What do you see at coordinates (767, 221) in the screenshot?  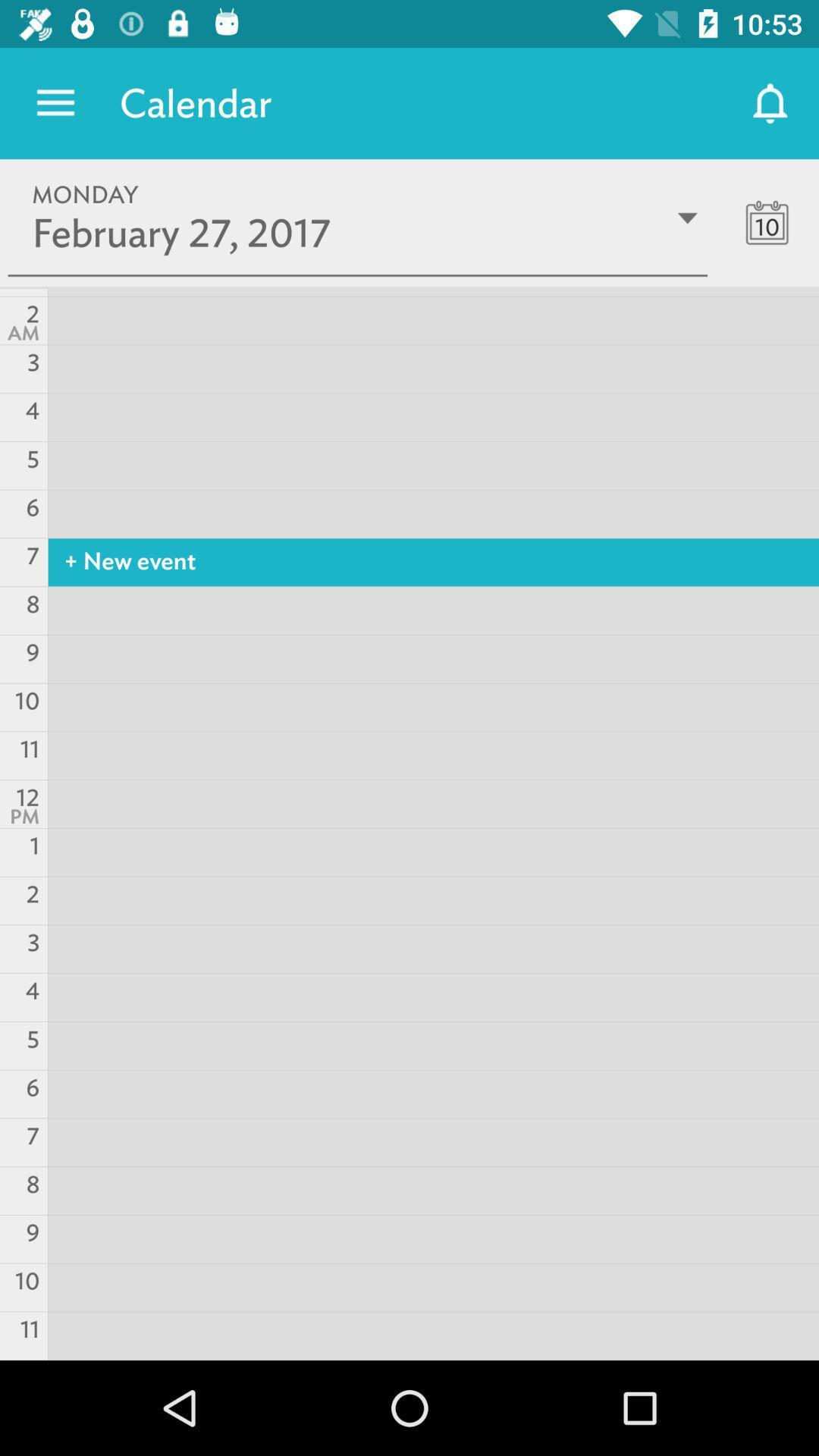 I see `the date_range icon` at bounding box center [767, 221].